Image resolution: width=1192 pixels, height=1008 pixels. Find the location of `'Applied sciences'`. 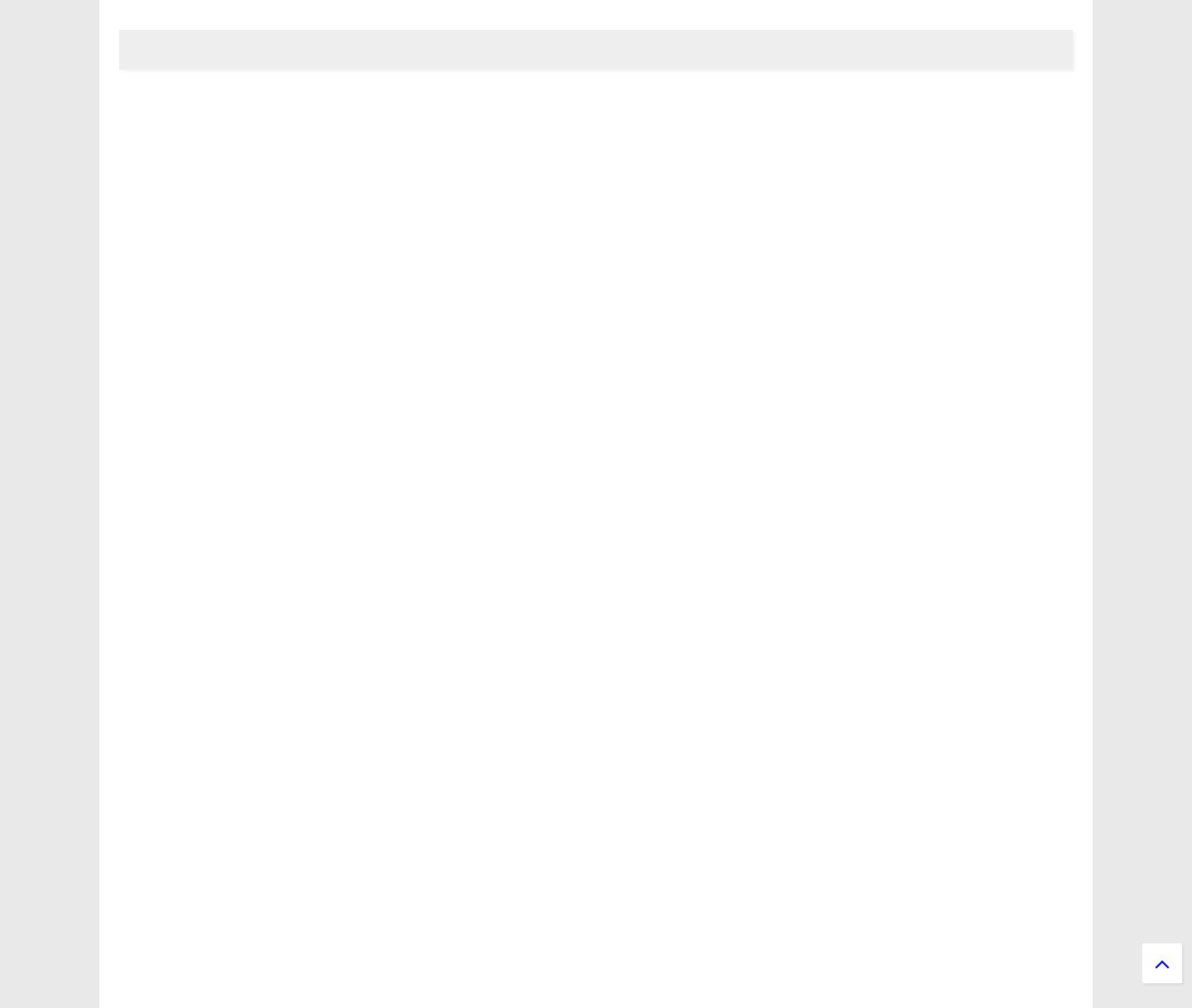

'Applied sciences' is located at coordinates (202, 948).